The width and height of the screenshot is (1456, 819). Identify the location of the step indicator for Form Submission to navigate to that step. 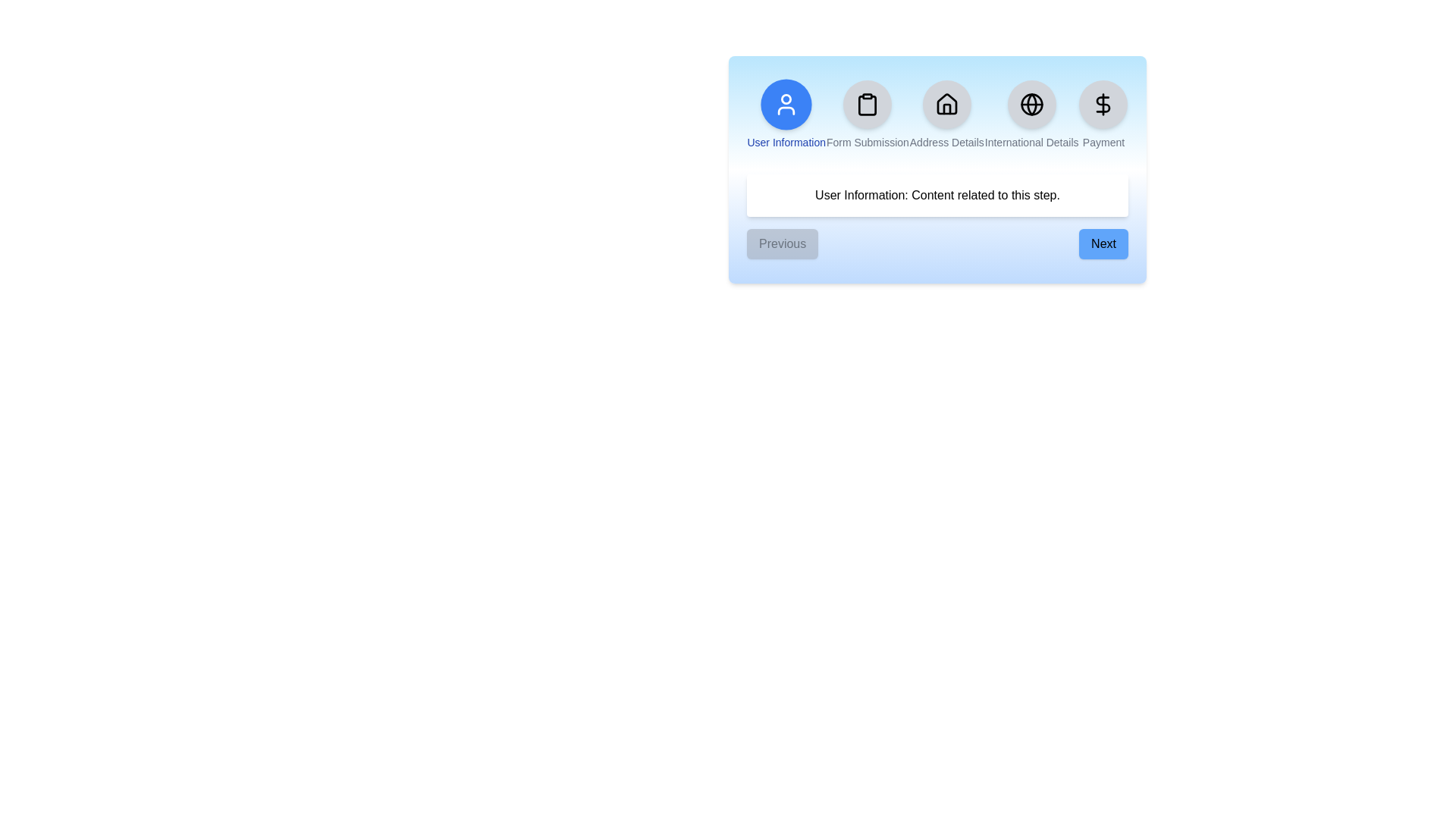
(868, 114).